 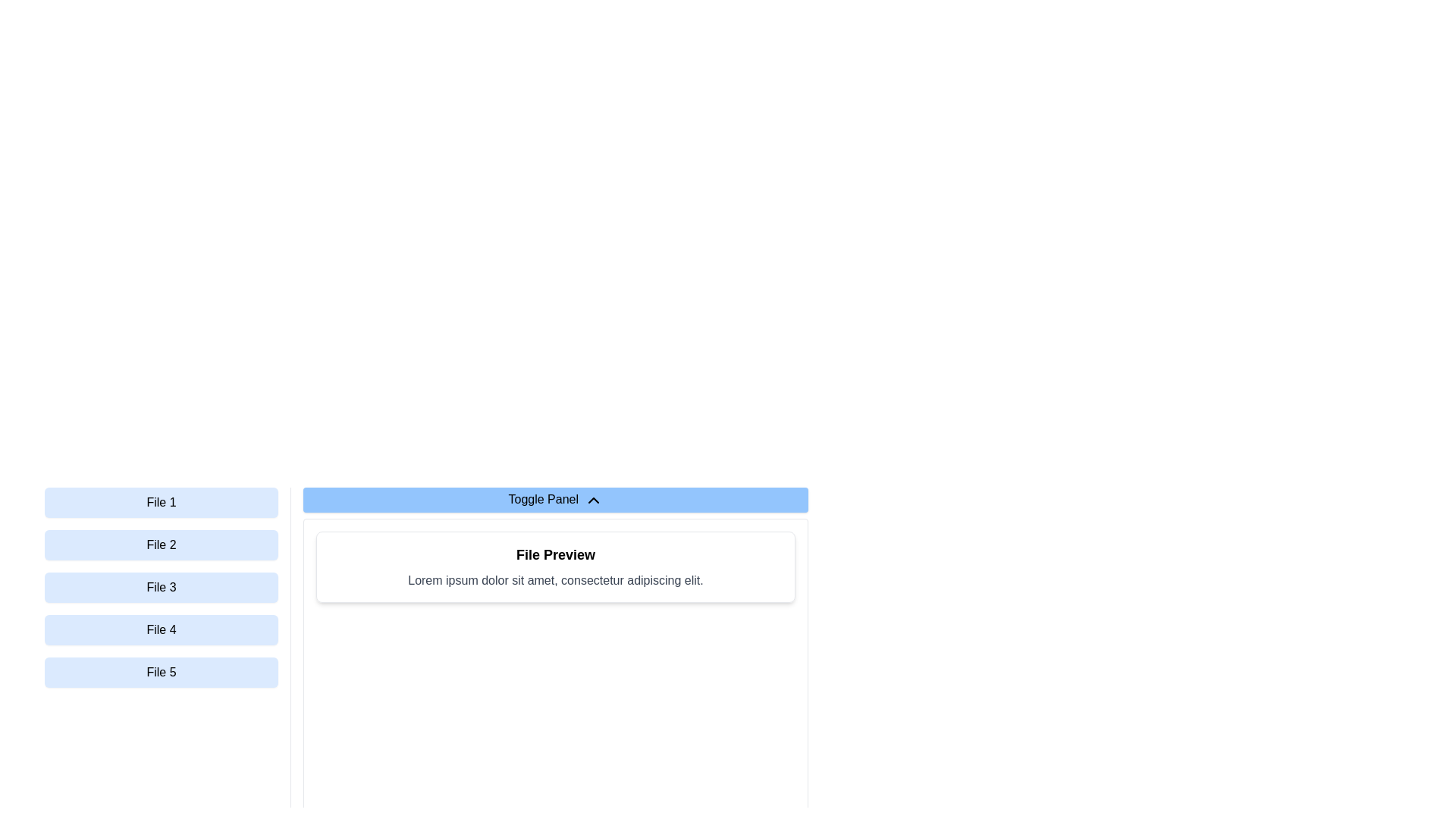 I want to click on the fifth button in the vertical list next to the 'File Preview' panel, so click(x=161, y=672).